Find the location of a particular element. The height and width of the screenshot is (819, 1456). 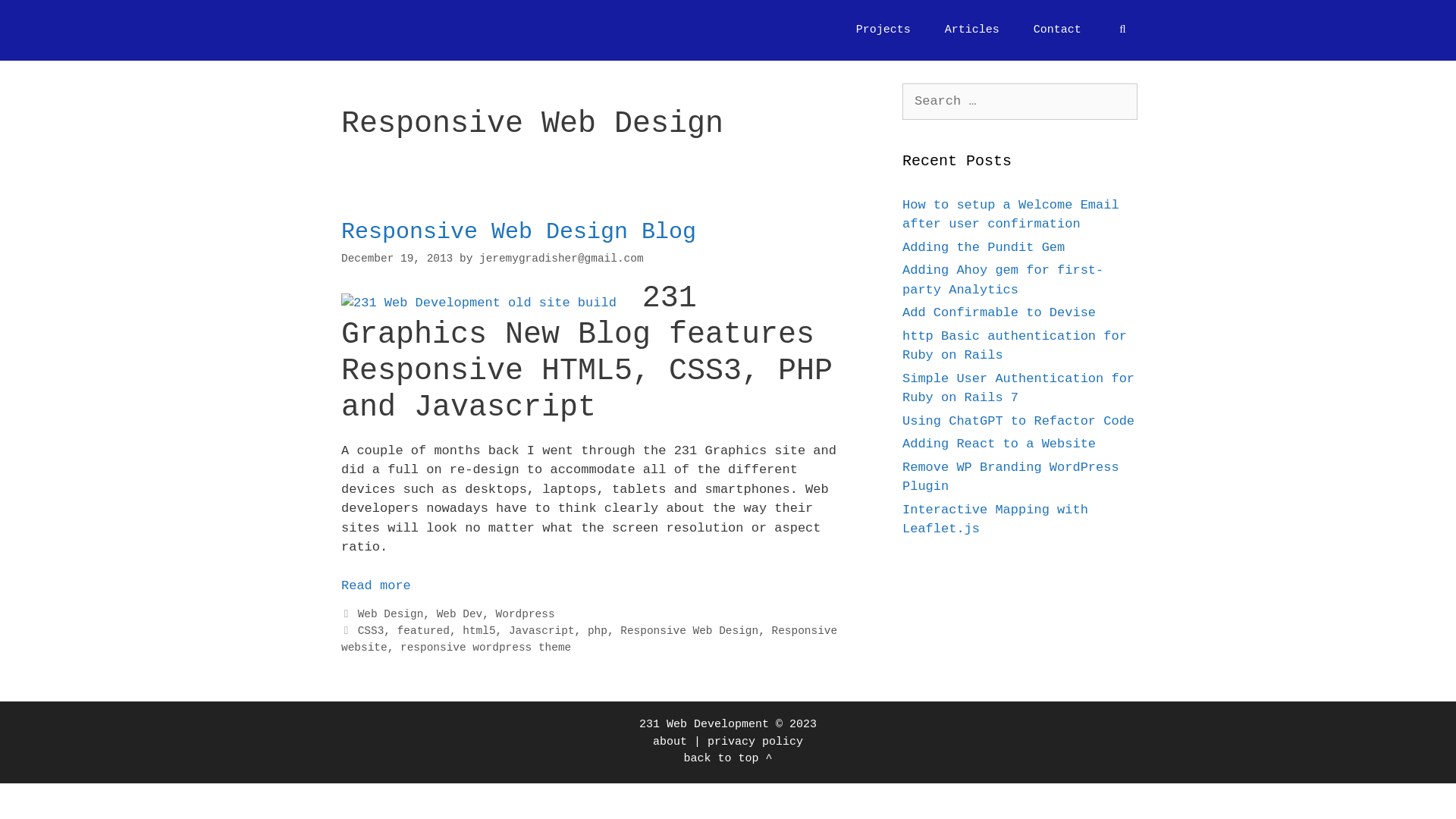

'Articles' is located at coordinates (971, 30).